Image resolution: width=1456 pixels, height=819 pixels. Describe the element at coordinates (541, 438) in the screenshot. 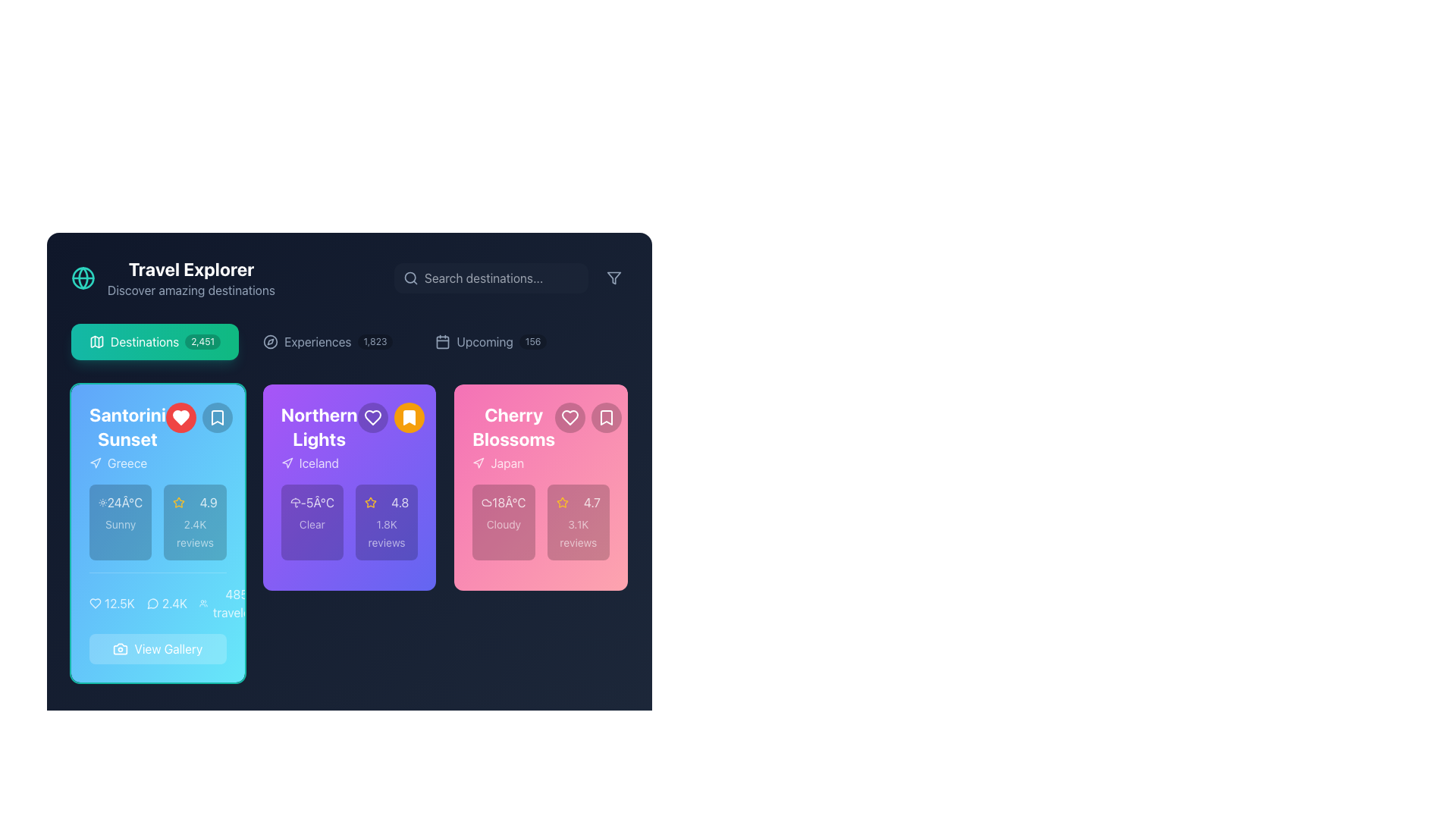

I see `the interactive text label indicating 'Cherry Blossoms' and 'Japan' located at the top-left of a pink gradient card in the third column of the grid` at that location.